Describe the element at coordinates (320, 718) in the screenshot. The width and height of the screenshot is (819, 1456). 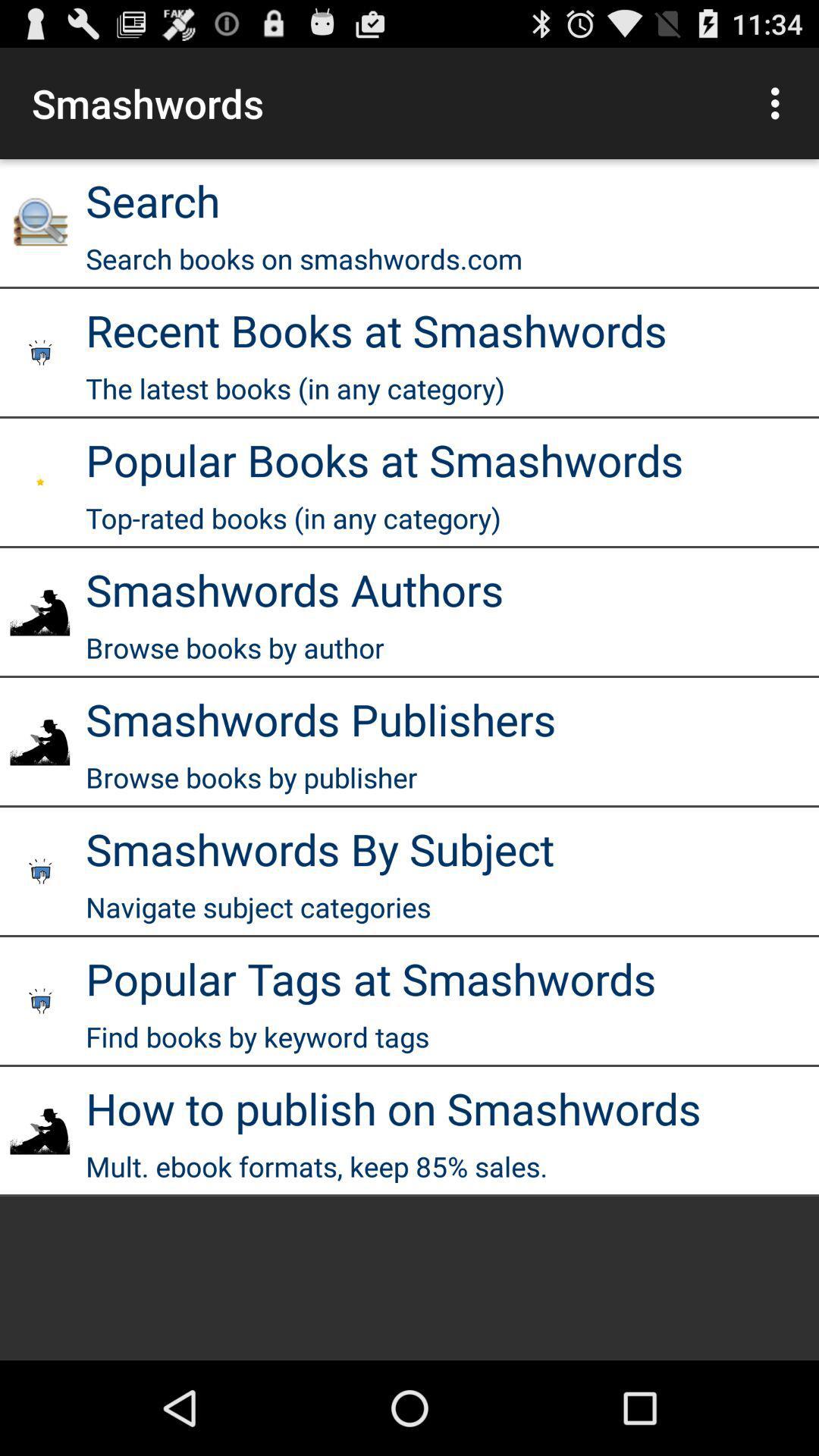
I see `app below the browse books by app` at that location.